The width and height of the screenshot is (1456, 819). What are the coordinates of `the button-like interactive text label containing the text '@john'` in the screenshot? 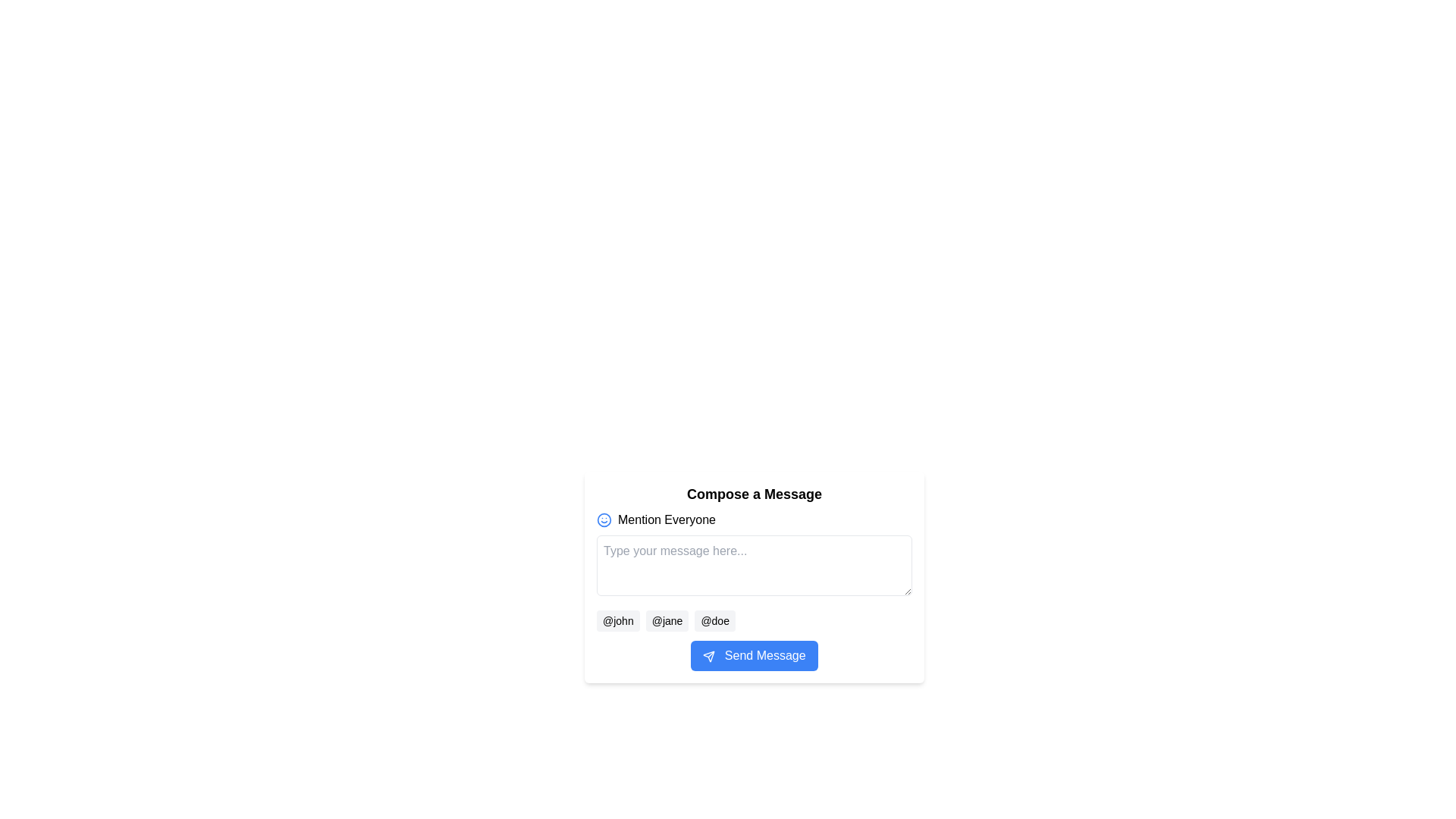 It's located at (618, 620).